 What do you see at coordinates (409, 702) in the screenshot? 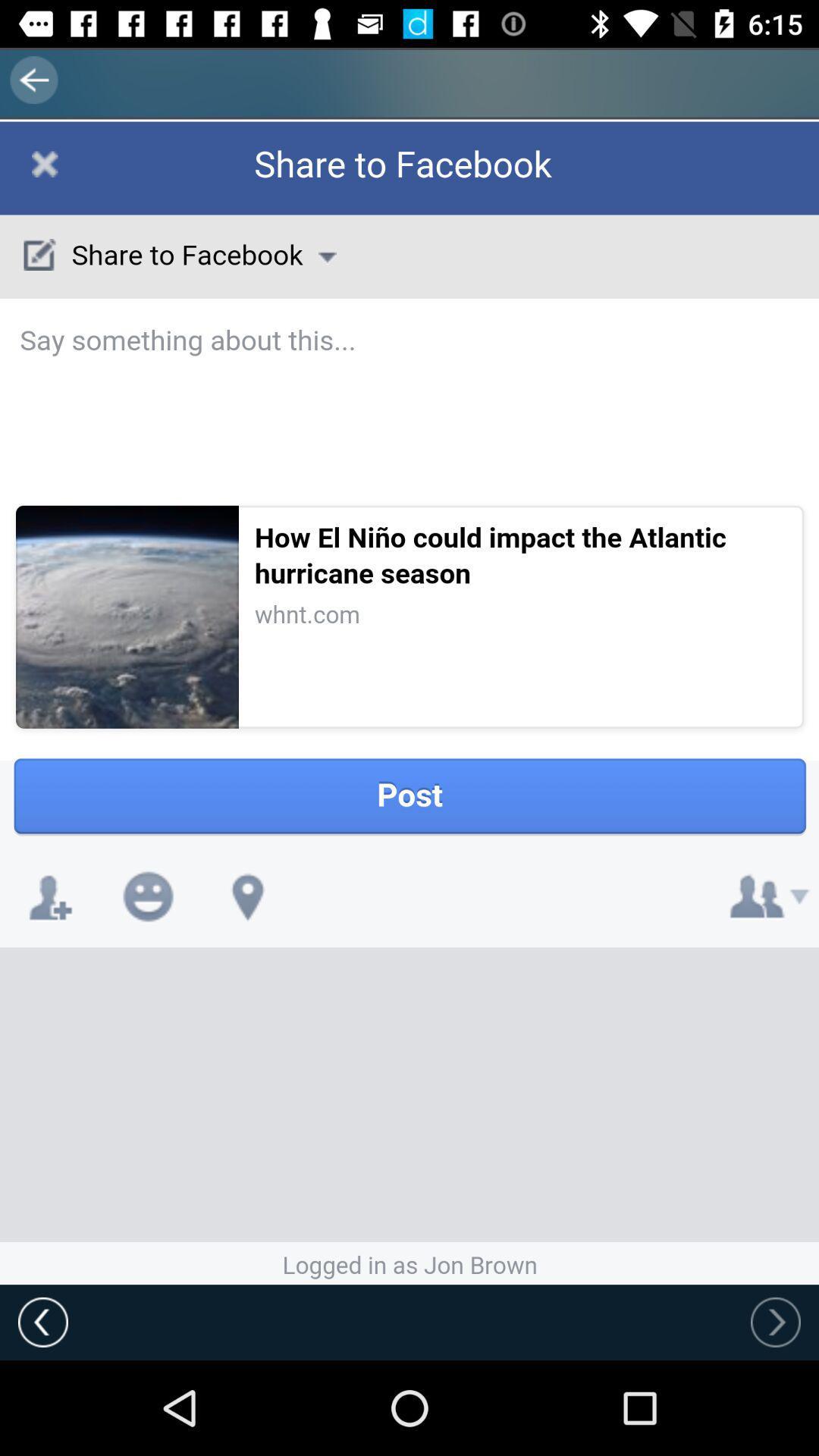
I see `main content space` at bounding box center [409, 702].